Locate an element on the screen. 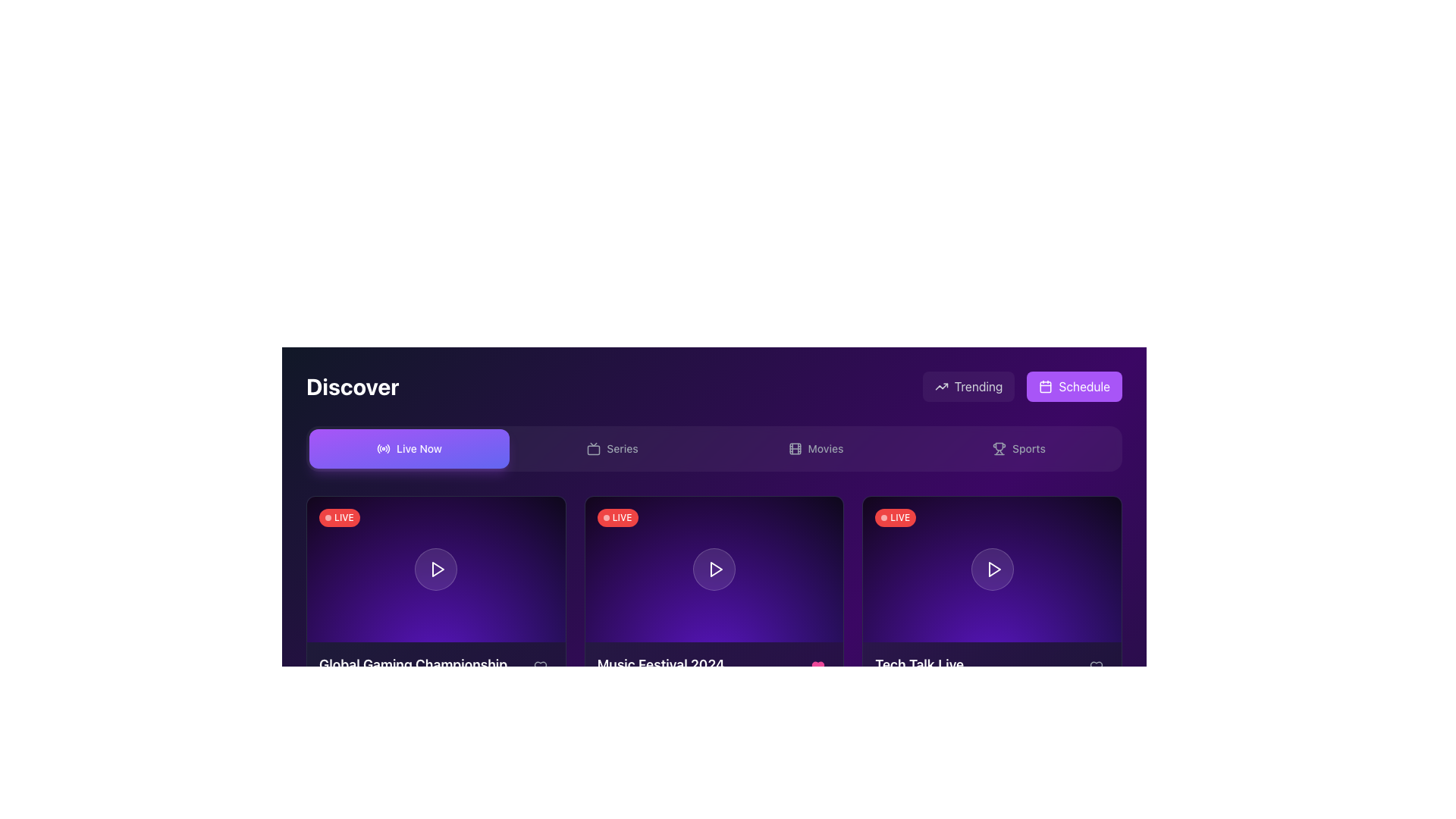 Image resolution: width=1456 pixels, height=819 pixels. the interactive card with a play button that features a gradient from purple to indigo and has a 'LIVE' label in the top-left corner is located at coordinates (435, 569).